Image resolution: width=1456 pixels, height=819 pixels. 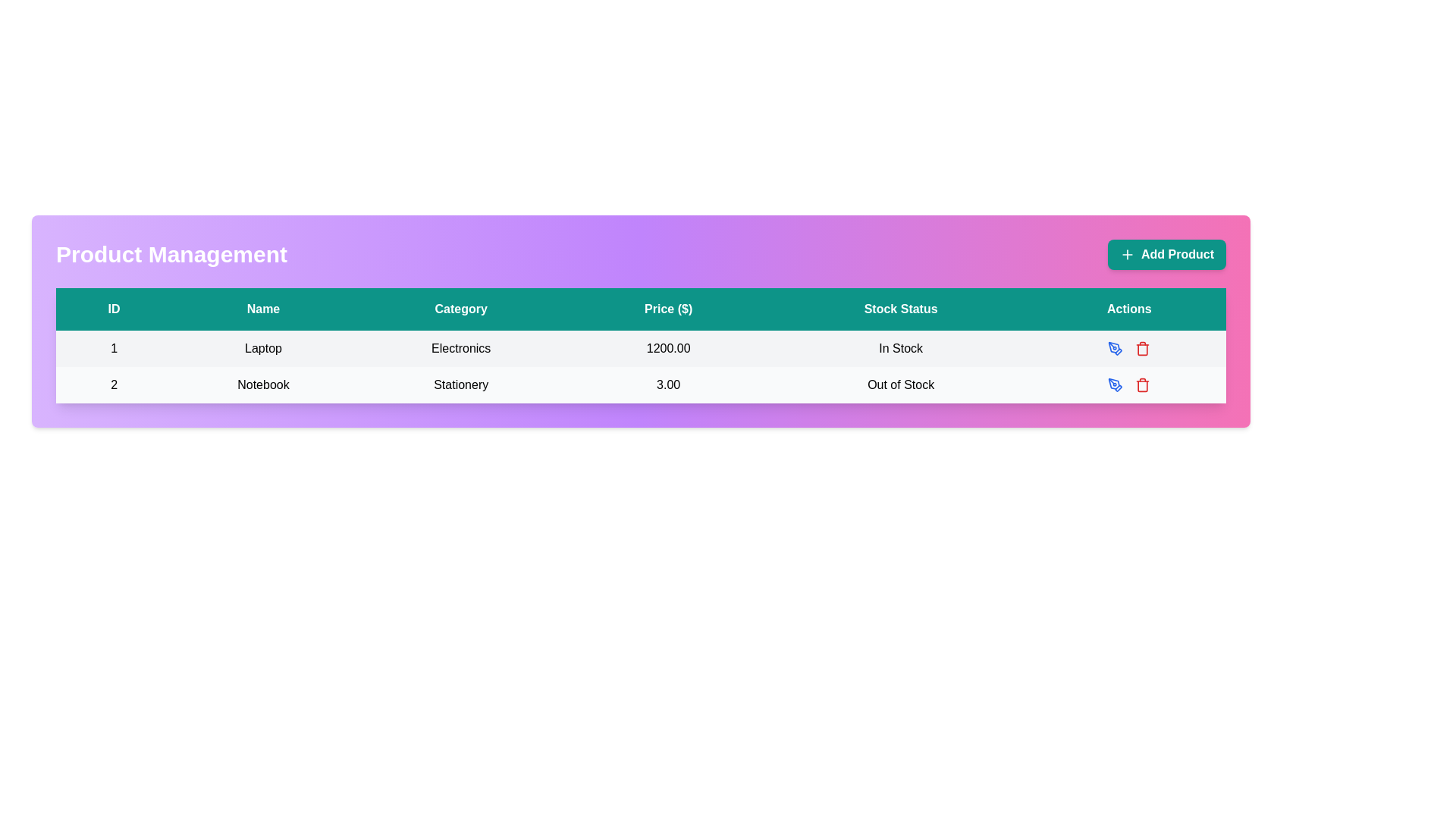 I want to click on the 'Name' column header cell in the table, which is the second header from the left, indicating the names of items in the dataset, so click(x=263, y=309).